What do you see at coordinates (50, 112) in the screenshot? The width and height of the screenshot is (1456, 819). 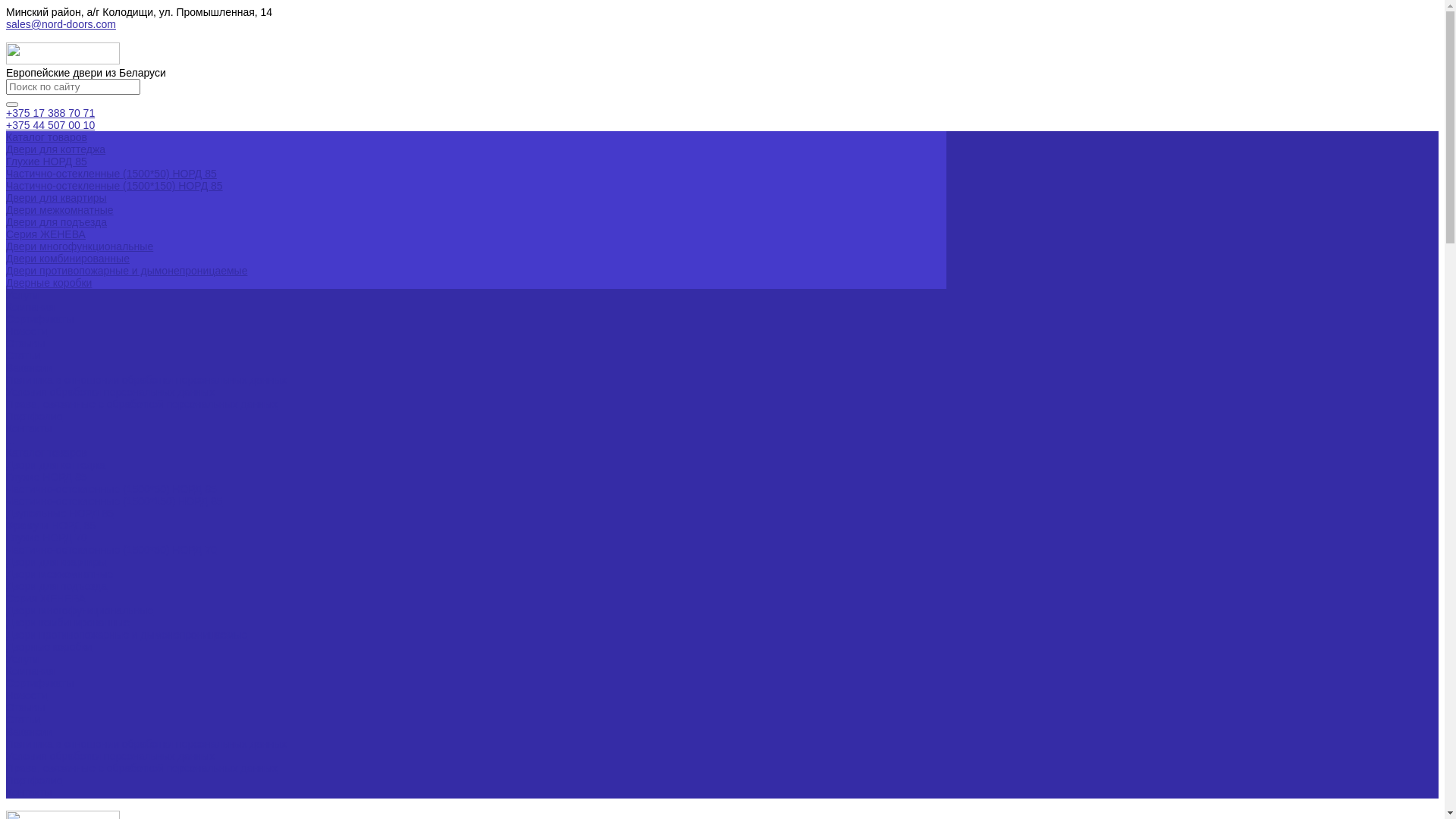 I see `'+375 17 388 70 71'` at bounding box center [50, 112].